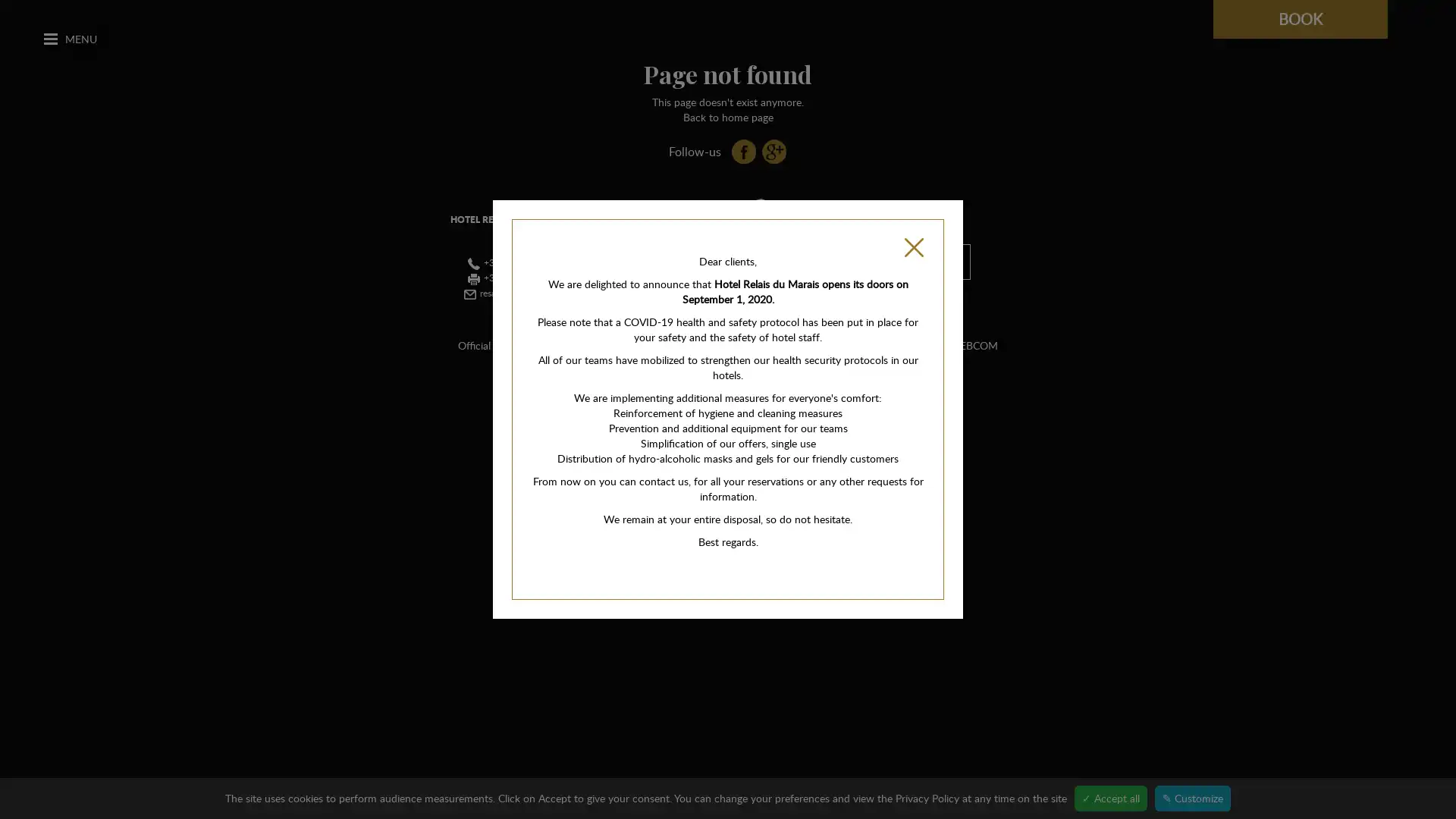  Describe the element at coordinates (1192, 798) in the screenshot. I see `Customize` at that location.